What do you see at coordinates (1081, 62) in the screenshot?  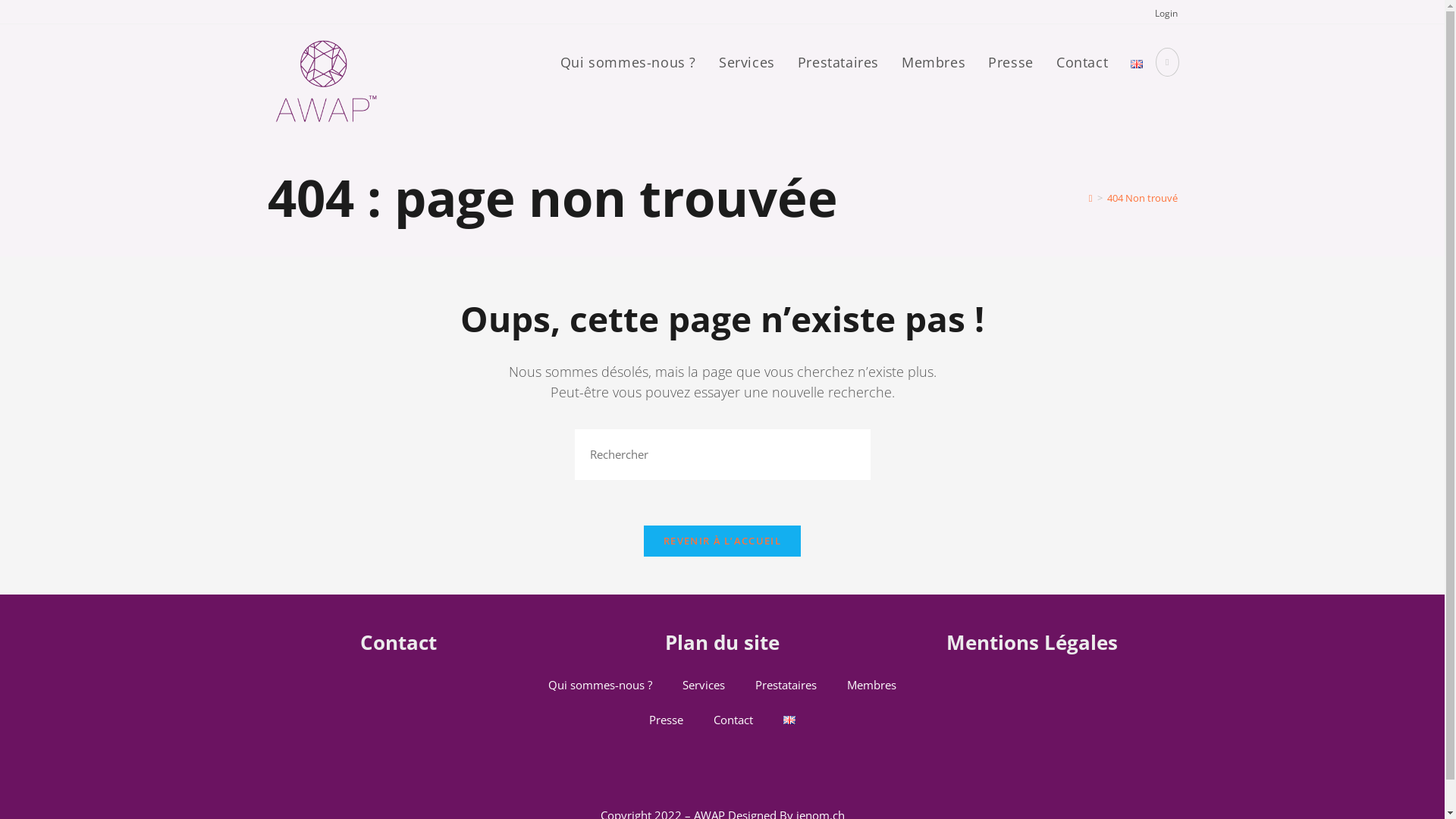 I see `'Contact'` at bounding box center [1081, 62].